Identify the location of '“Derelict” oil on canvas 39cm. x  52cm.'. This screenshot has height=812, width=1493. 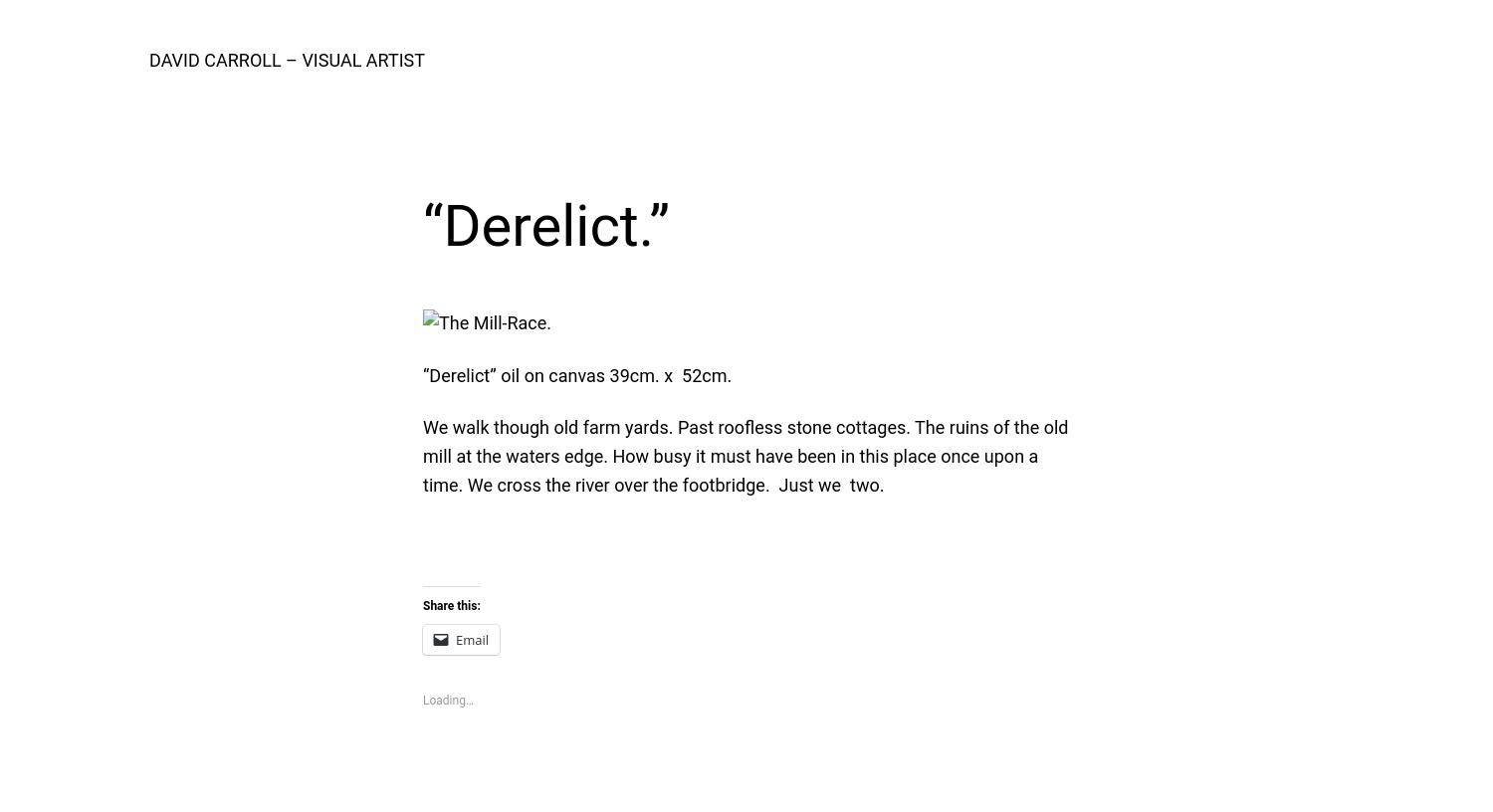
(576, 374).